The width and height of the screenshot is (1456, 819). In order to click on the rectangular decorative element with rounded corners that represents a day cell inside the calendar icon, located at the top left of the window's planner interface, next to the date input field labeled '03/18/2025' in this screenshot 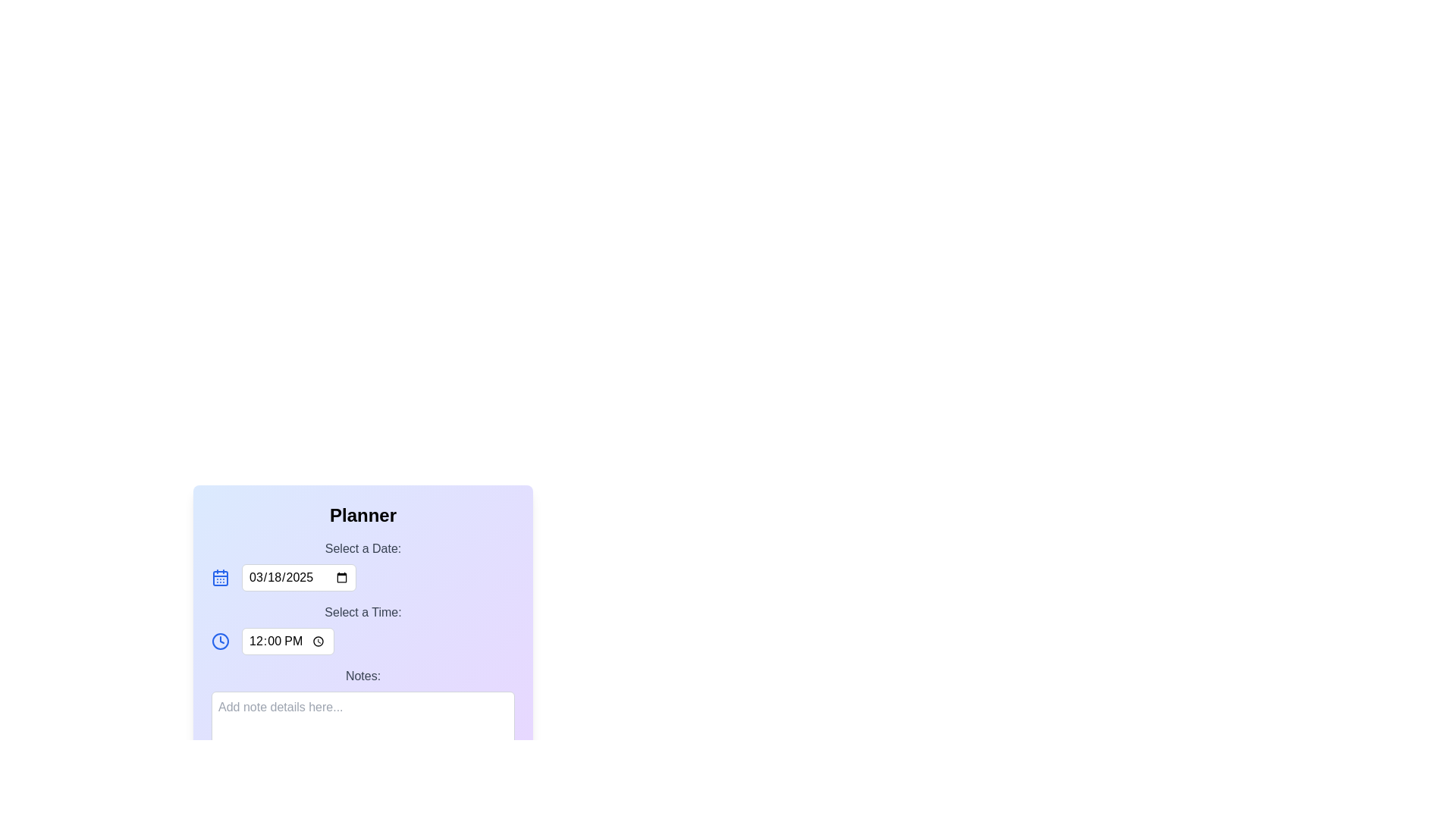, I will do `click(220, 579)`.